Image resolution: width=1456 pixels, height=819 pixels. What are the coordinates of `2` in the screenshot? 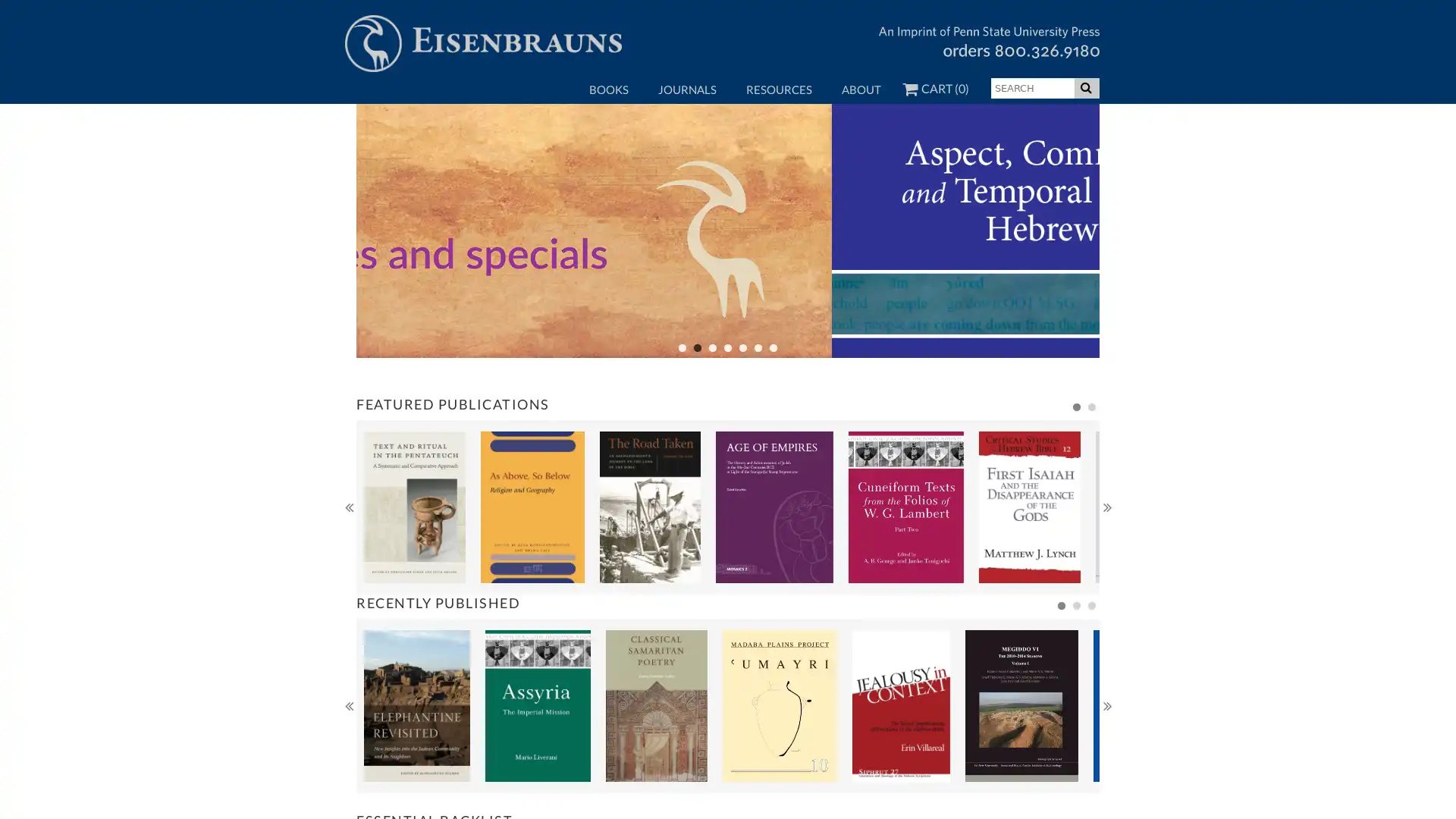 It's located at (1092, 464).